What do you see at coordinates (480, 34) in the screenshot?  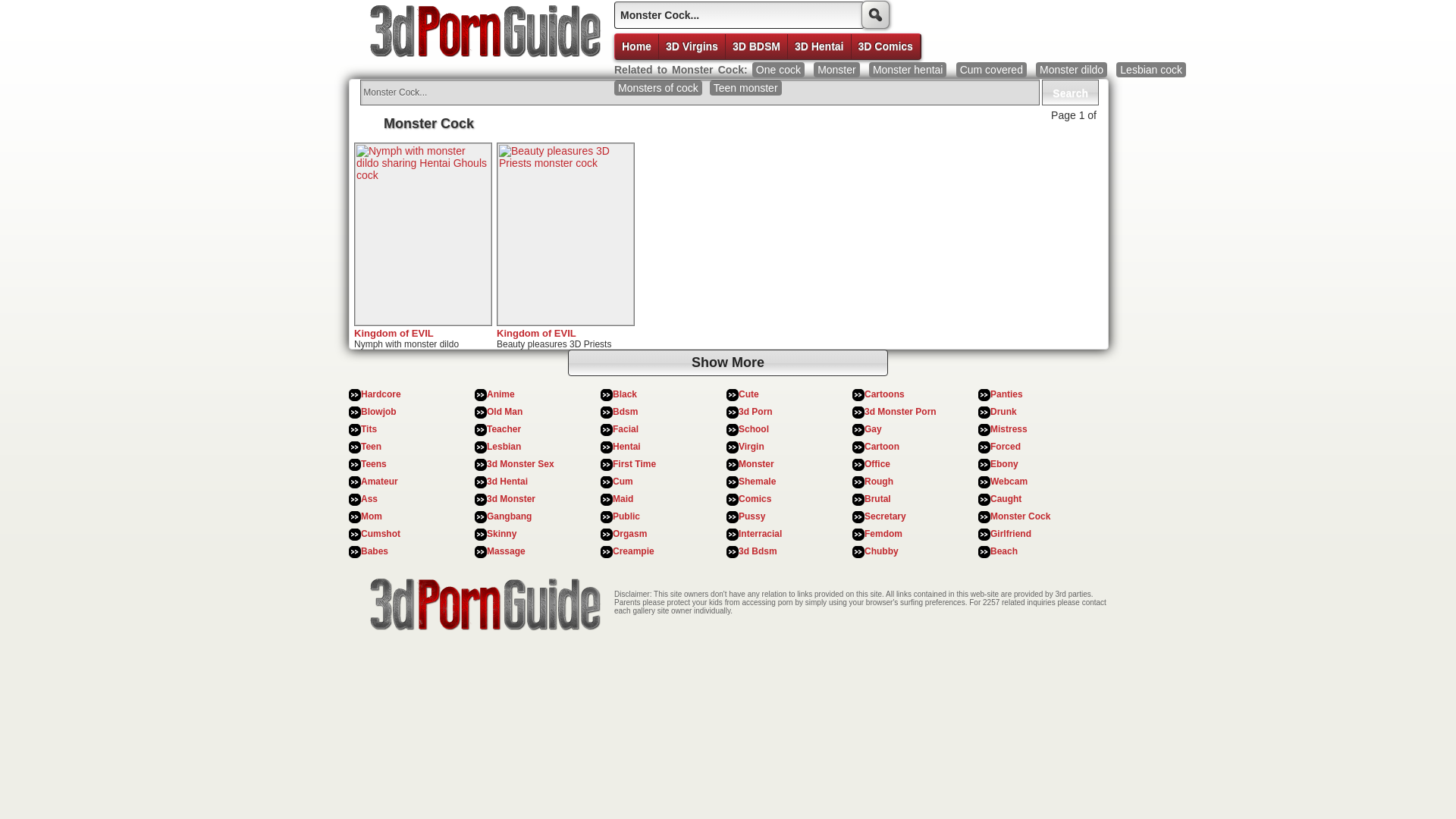 I see `'3D Porn Guide'` at bounding box center [480, 34].